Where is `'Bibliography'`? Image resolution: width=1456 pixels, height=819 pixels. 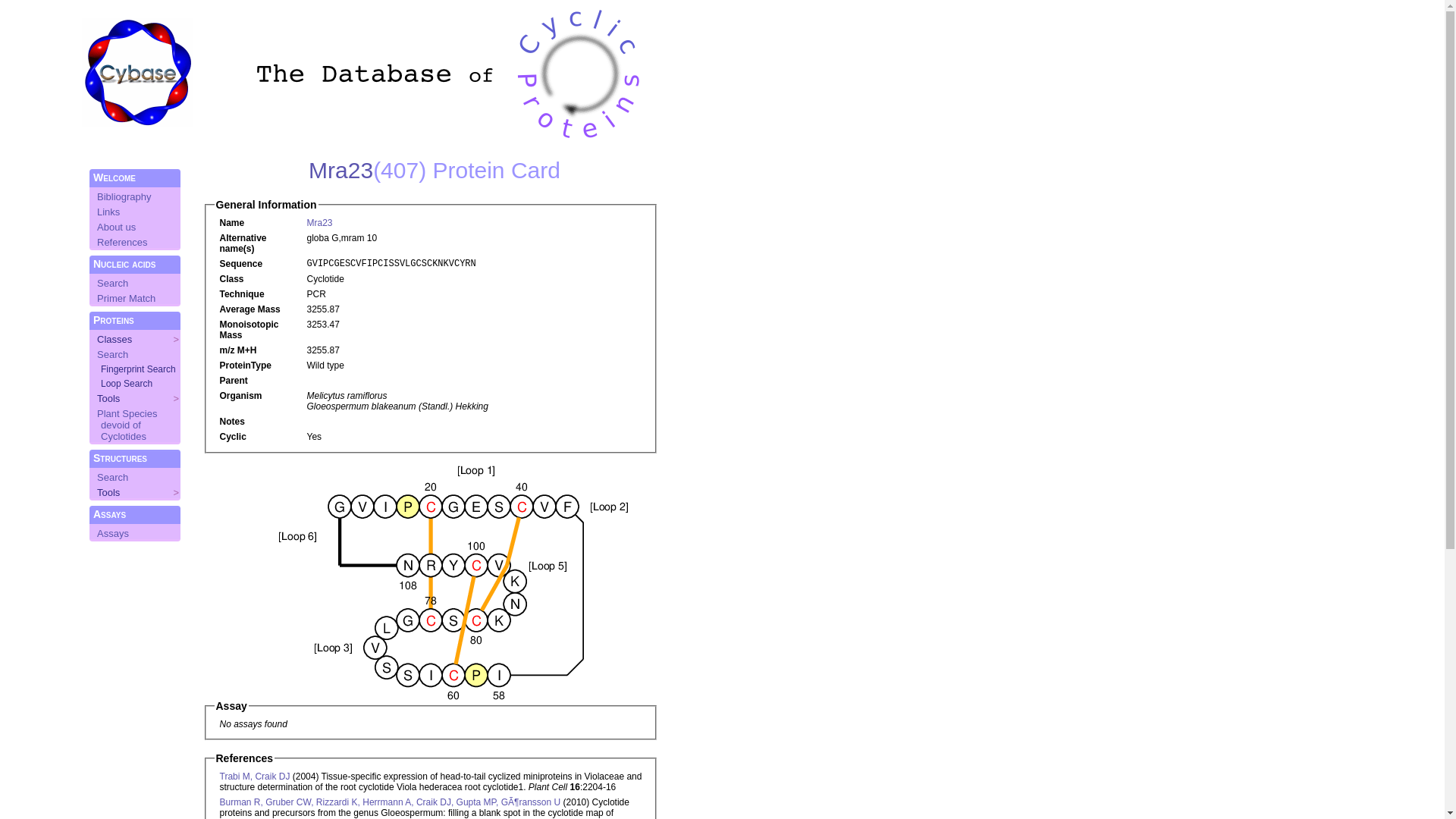
'Bibliography' is located at coordinates (124, 196).